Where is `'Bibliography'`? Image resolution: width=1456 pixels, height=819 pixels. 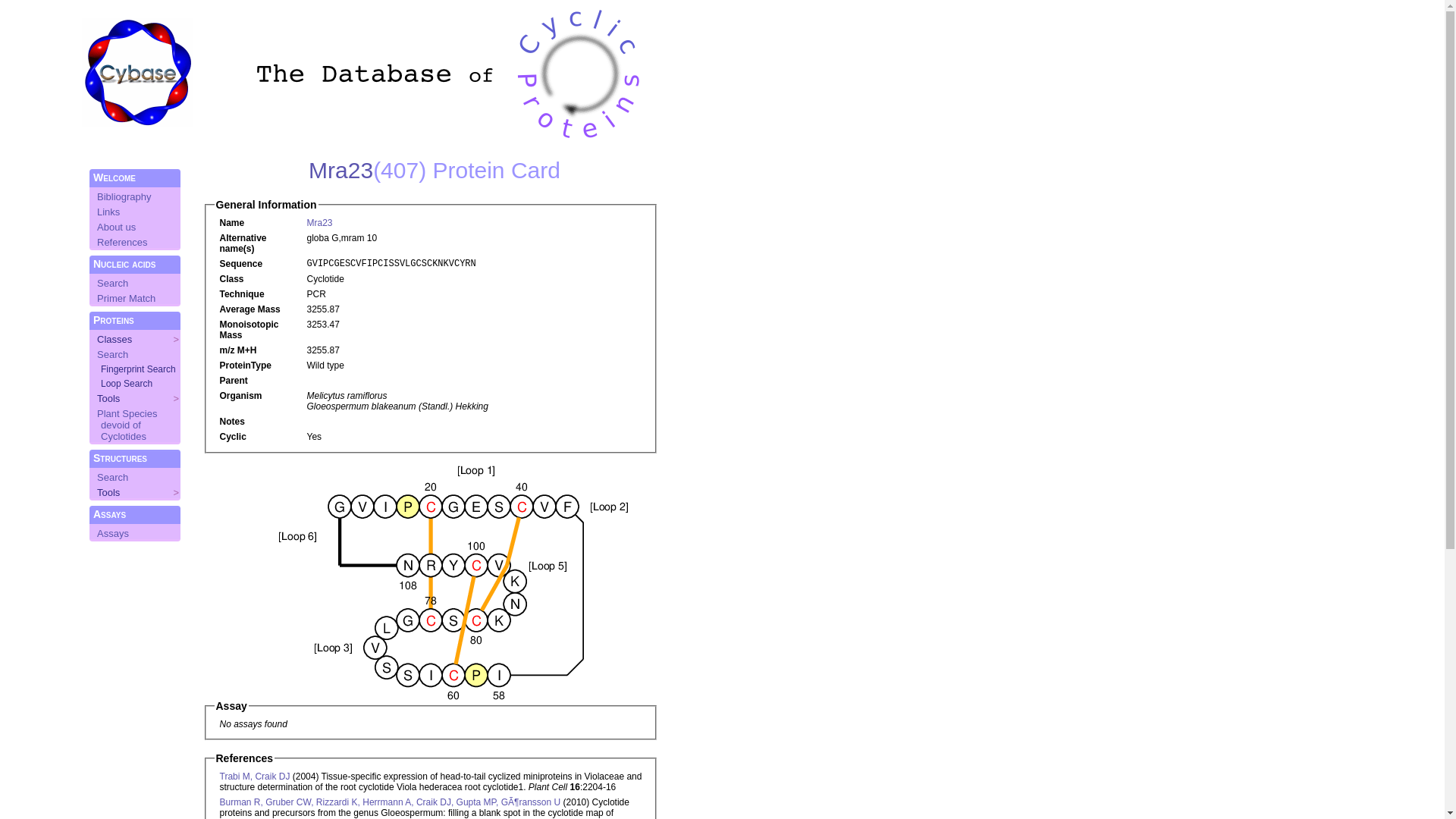
'Bibliography' is located at coordinates (124, 196).